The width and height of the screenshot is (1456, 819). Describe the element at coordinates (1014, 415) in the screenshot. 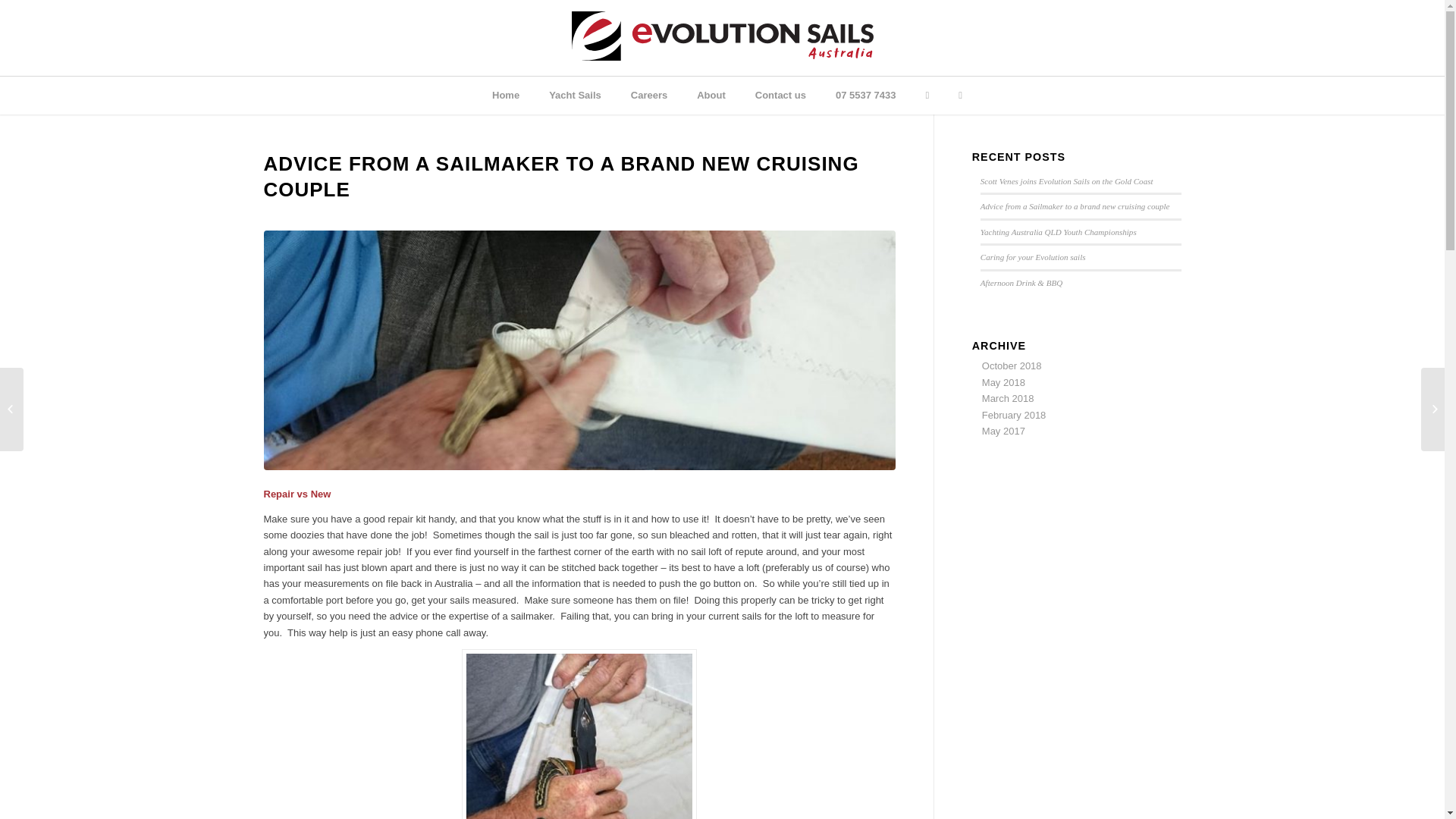

I see `'February 2018'` at that location.